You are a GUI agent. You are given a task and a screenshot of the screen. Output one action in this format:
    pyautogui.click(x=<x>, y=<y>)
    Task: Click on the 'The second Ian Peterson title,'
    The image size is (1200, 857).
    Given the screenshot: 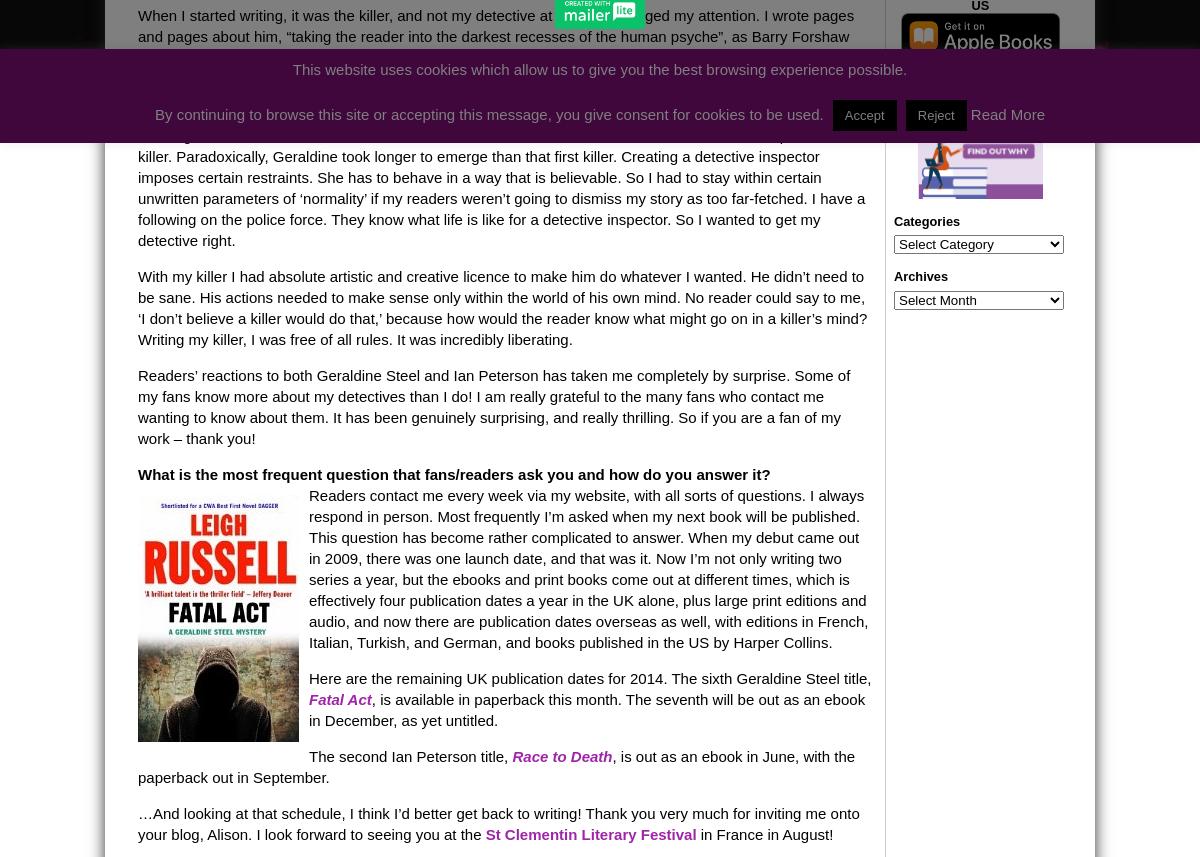 What is the action you would take?
    pyautogui.click(x=410, y=754)
    